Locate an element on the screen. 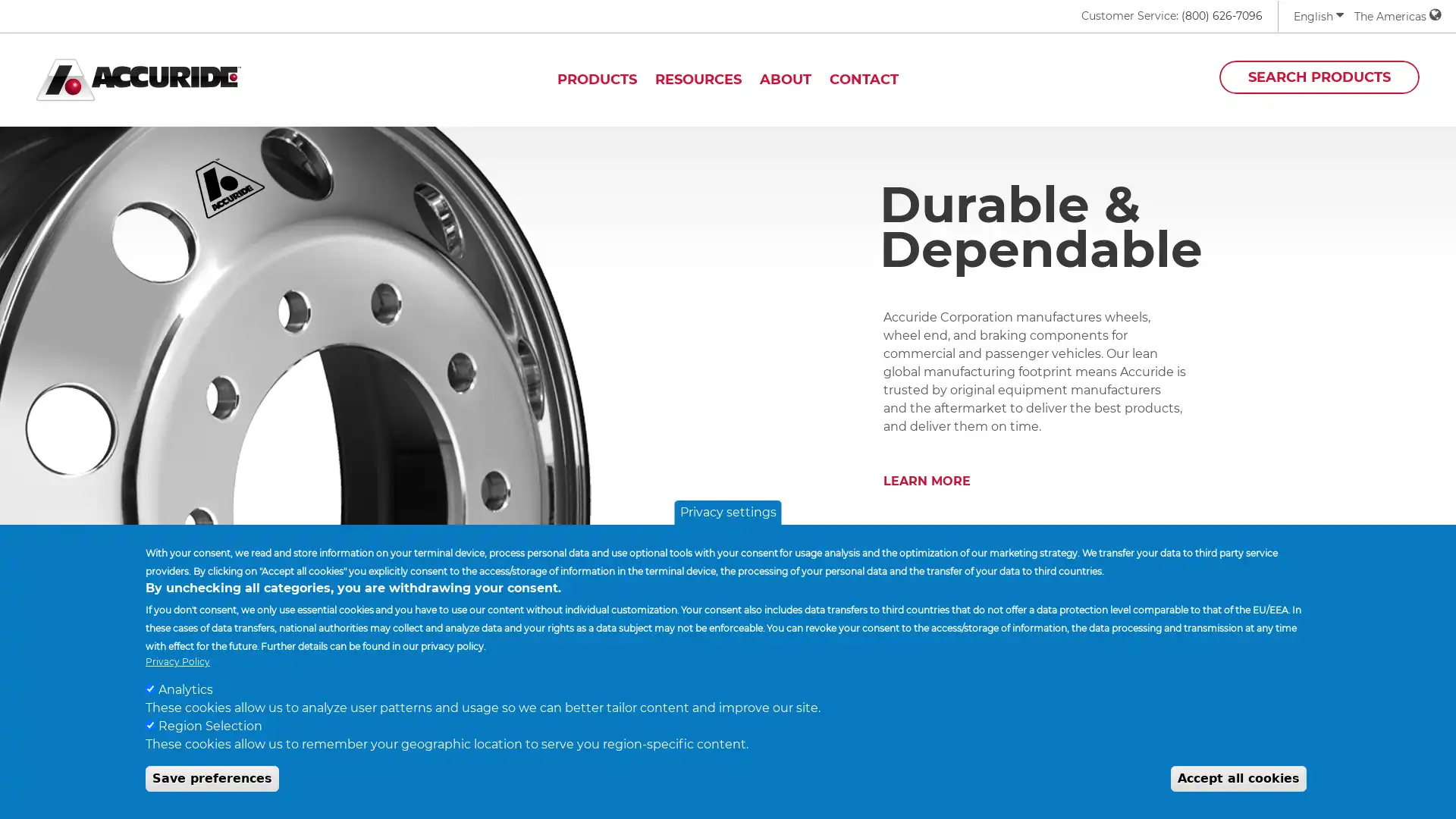 Image resolution: width=1456 pixels, height=819 pixels. Privacy Policy is located at coordinates (177, 661).